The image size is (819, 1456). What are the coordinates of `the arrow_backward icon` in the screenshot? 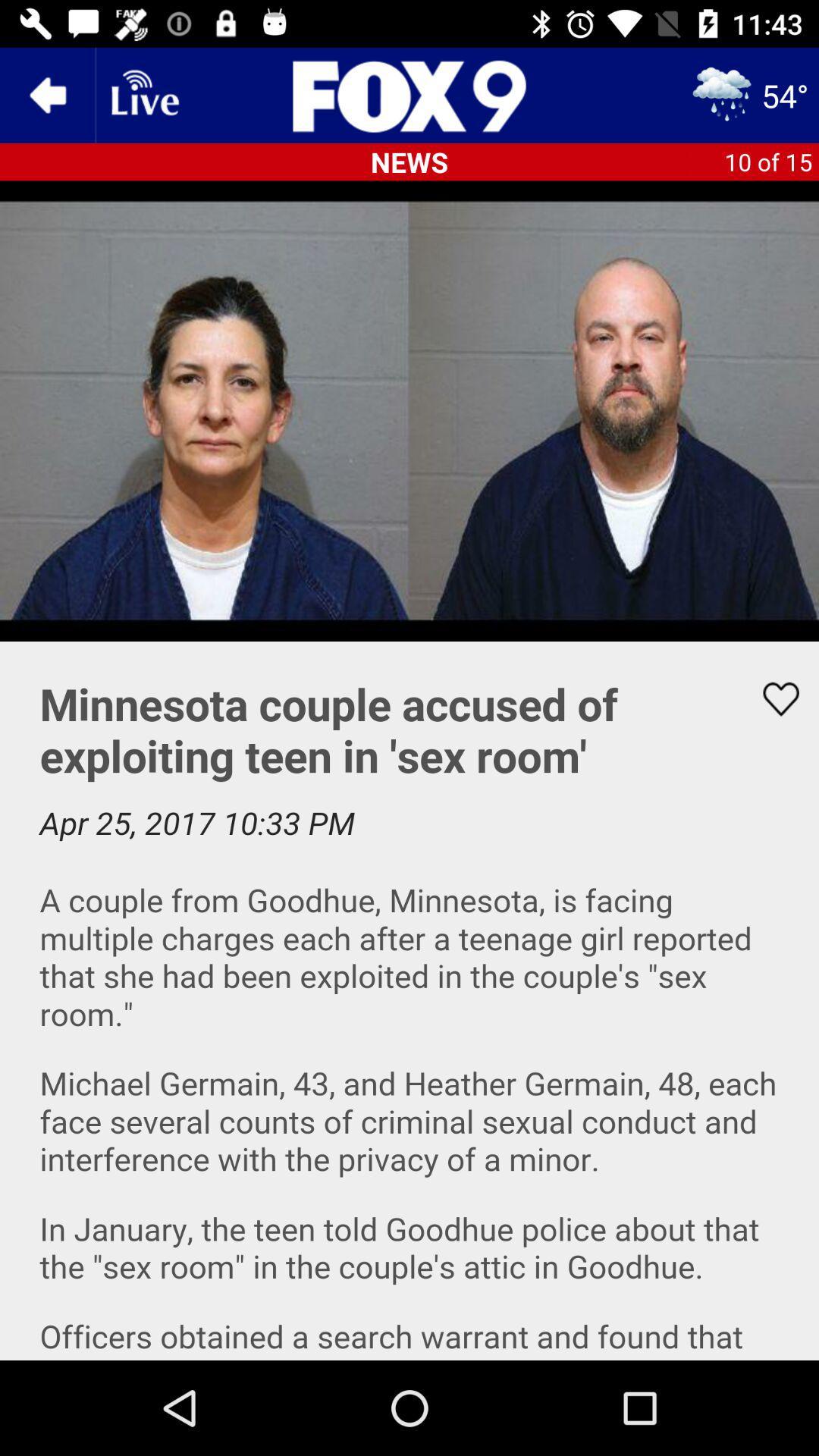 It's located at (46, 94).